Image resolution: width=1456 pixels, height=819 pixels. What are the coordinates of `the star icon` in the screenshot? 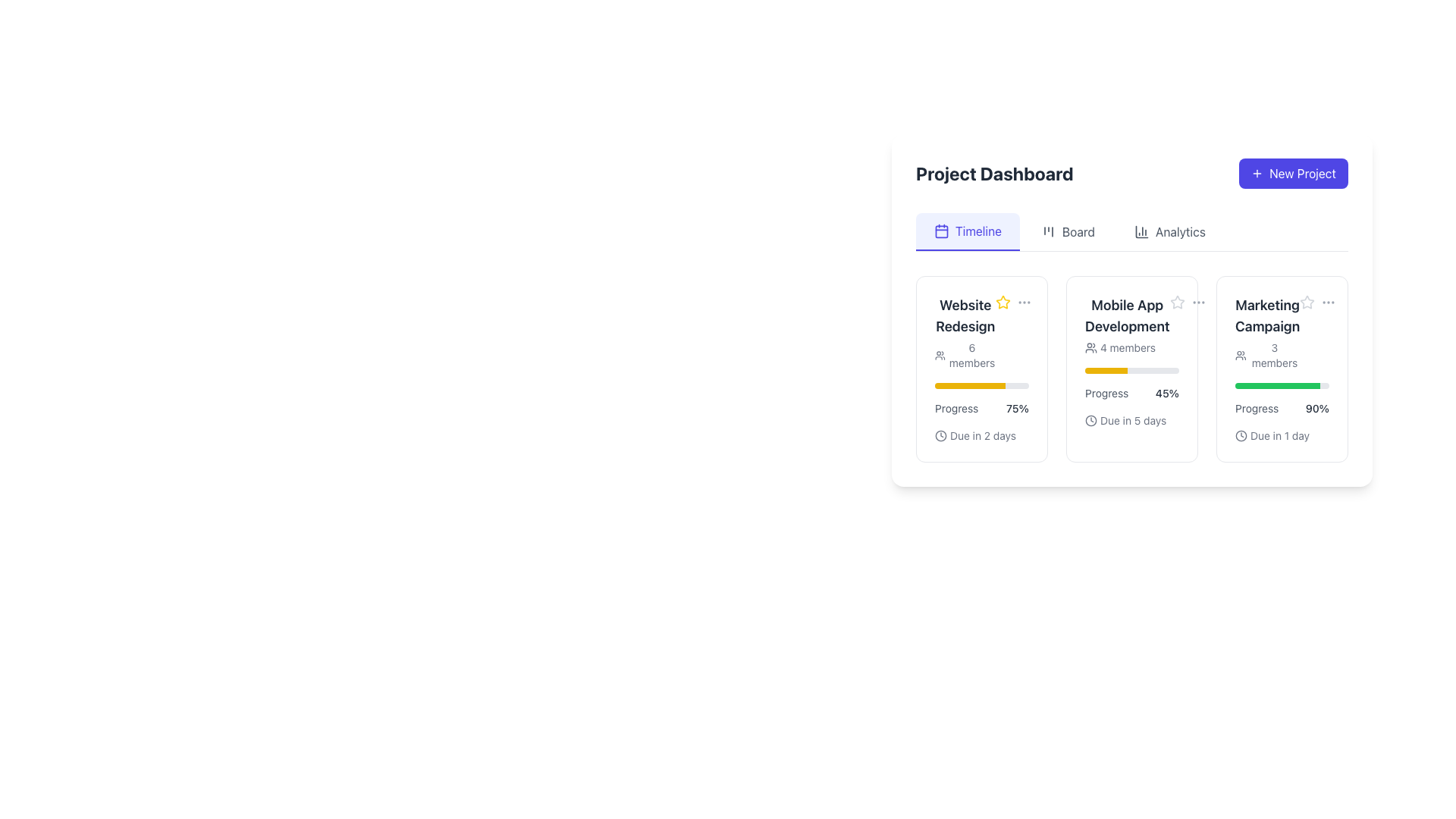 It's located at (1176, 302).